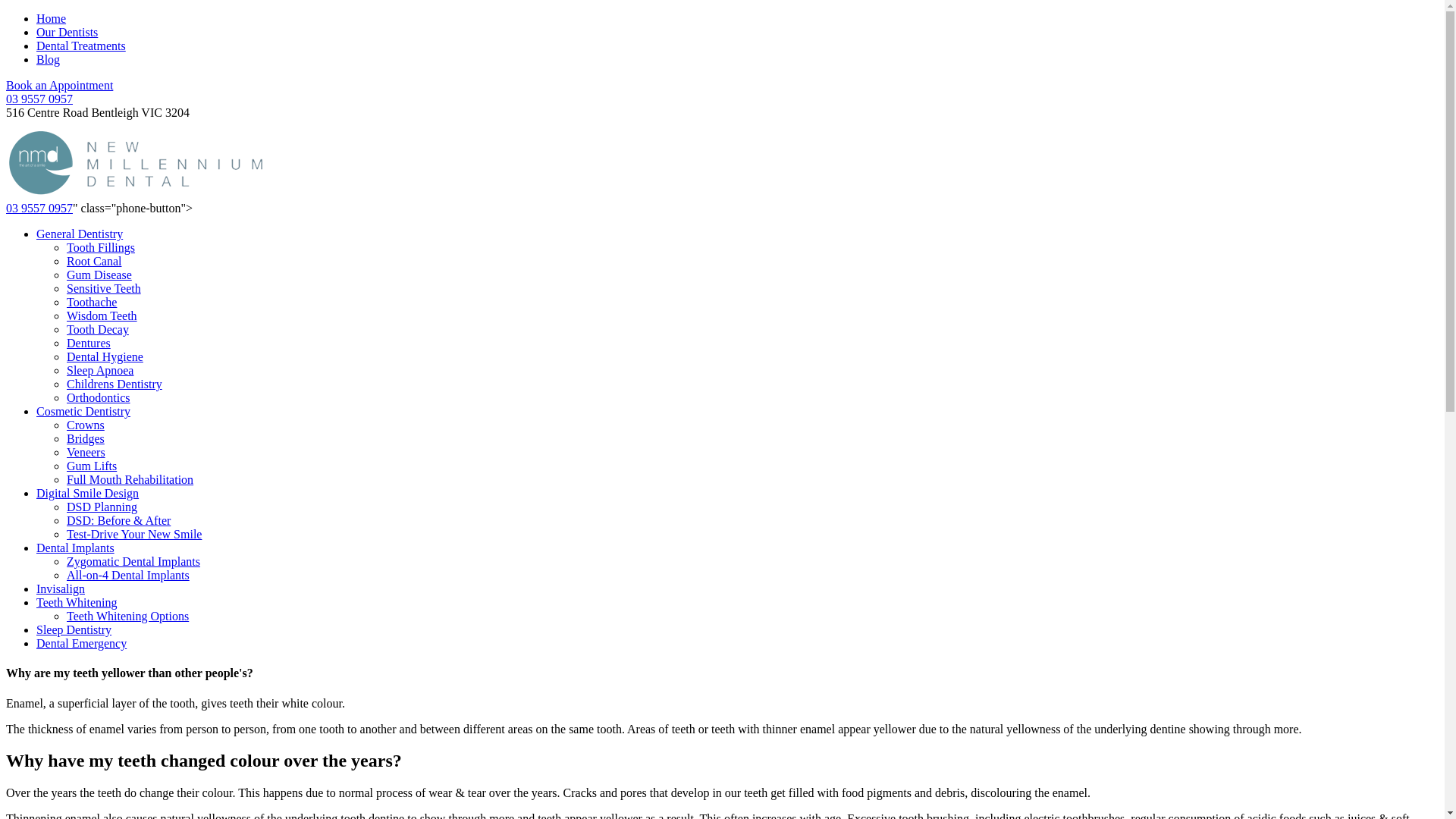 Image resolution: width=1456 pixels, height=819 pixels. I want to click on 'Bridges', so click(85, 438).